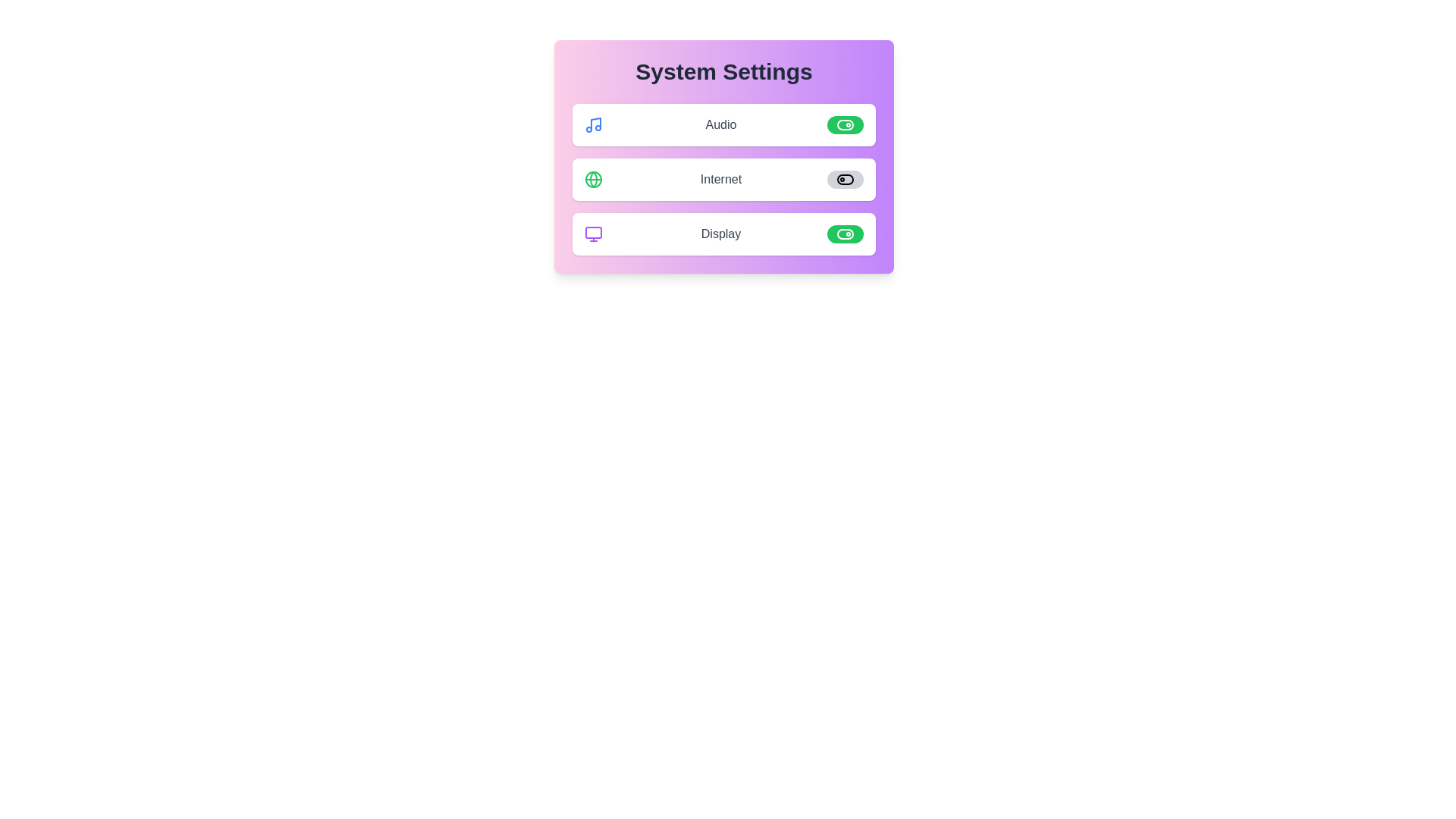 This screenshot has height=819, width=1456. Describe the element at coordinates (592, 124) in the screenshot. I see `the Musical Note icon at the top of the Audio settings section` at that location.